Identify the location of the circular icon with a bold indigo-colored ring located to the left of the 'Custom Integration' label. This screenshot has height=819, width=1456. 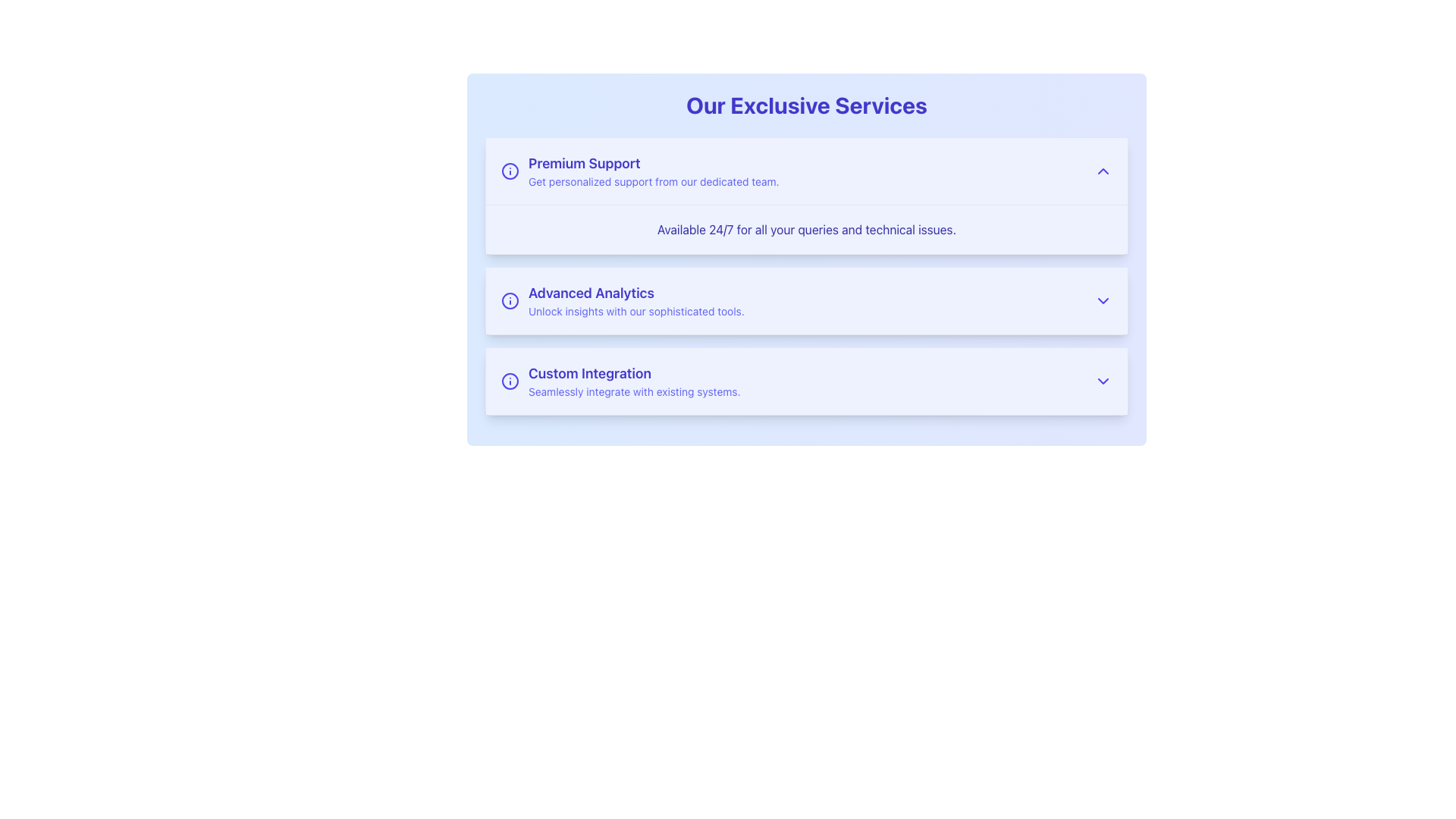
(510, 380).